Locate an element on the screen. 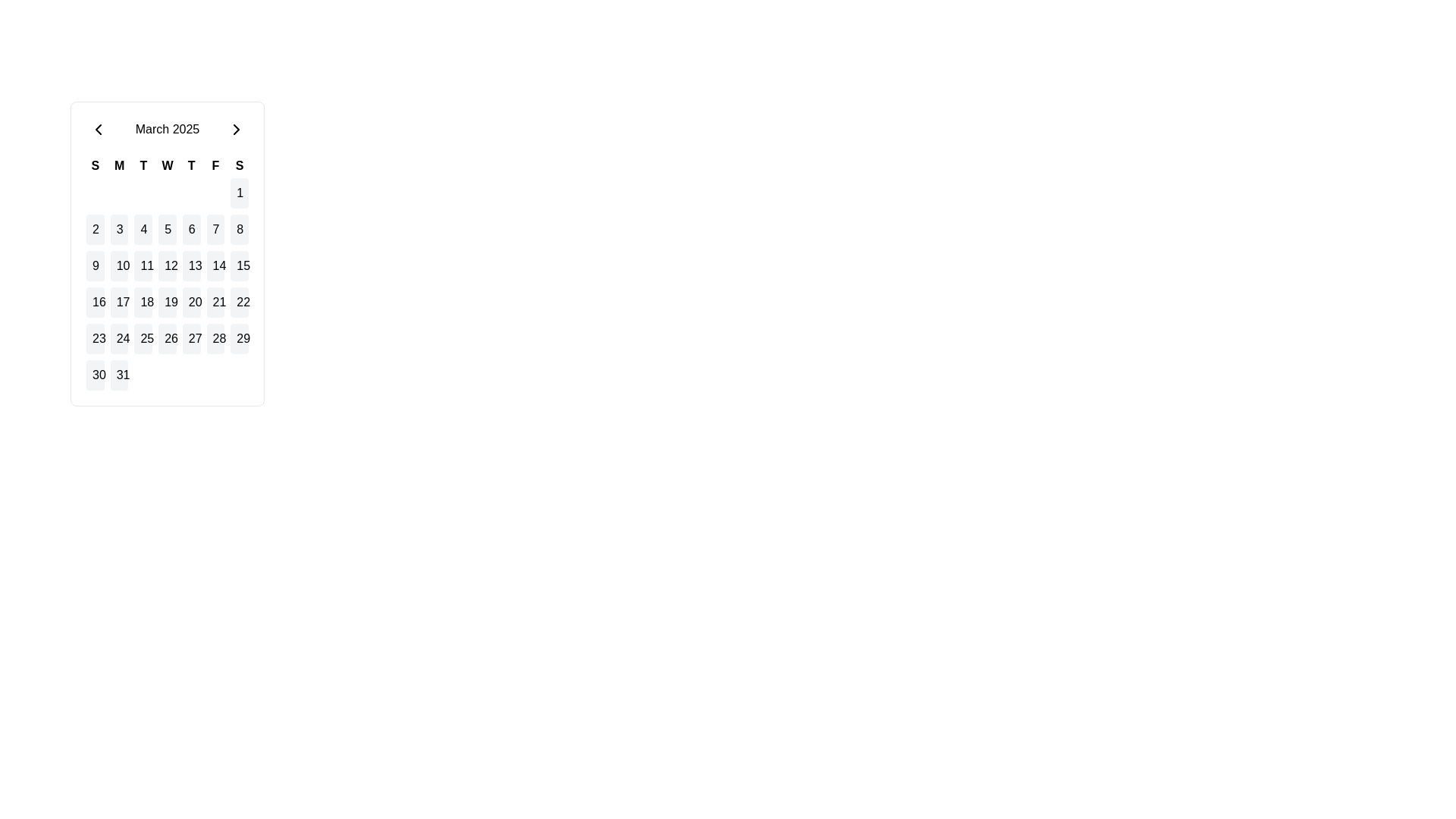 Image resolution: width=1456 pixels, height=819 pixels. the bold capital letter 'M' in the calendar interface, which is the second item in the row of weekday initials is located at coordinates (118, 166).